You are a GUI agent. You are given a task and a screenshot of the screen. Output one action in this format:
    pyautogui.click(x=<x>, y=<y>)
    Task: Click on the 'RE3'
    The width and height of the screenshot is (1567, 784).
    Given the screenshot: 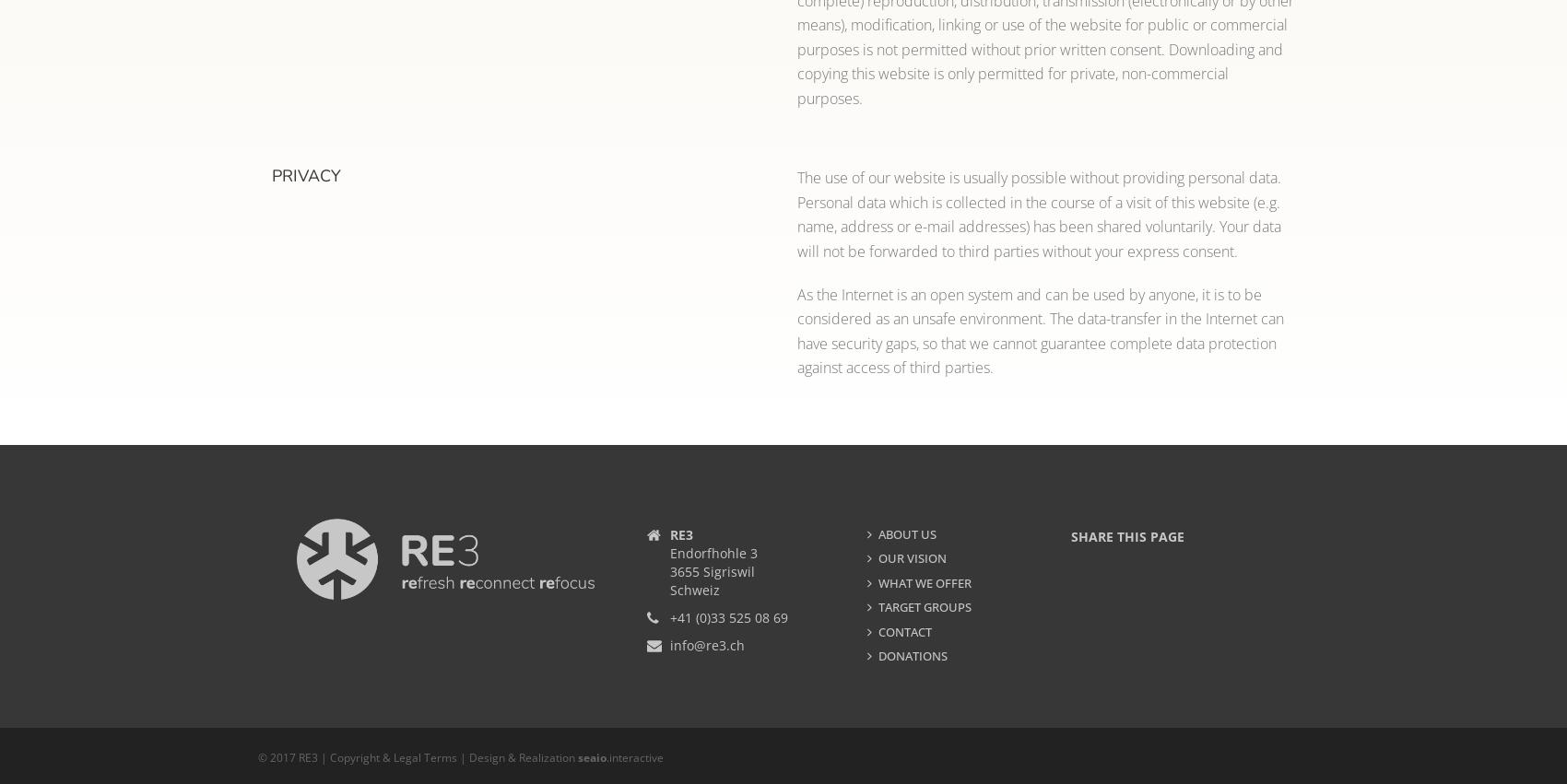 What is the action you would take?
    pyautogui.click(x=681, y=532)
    